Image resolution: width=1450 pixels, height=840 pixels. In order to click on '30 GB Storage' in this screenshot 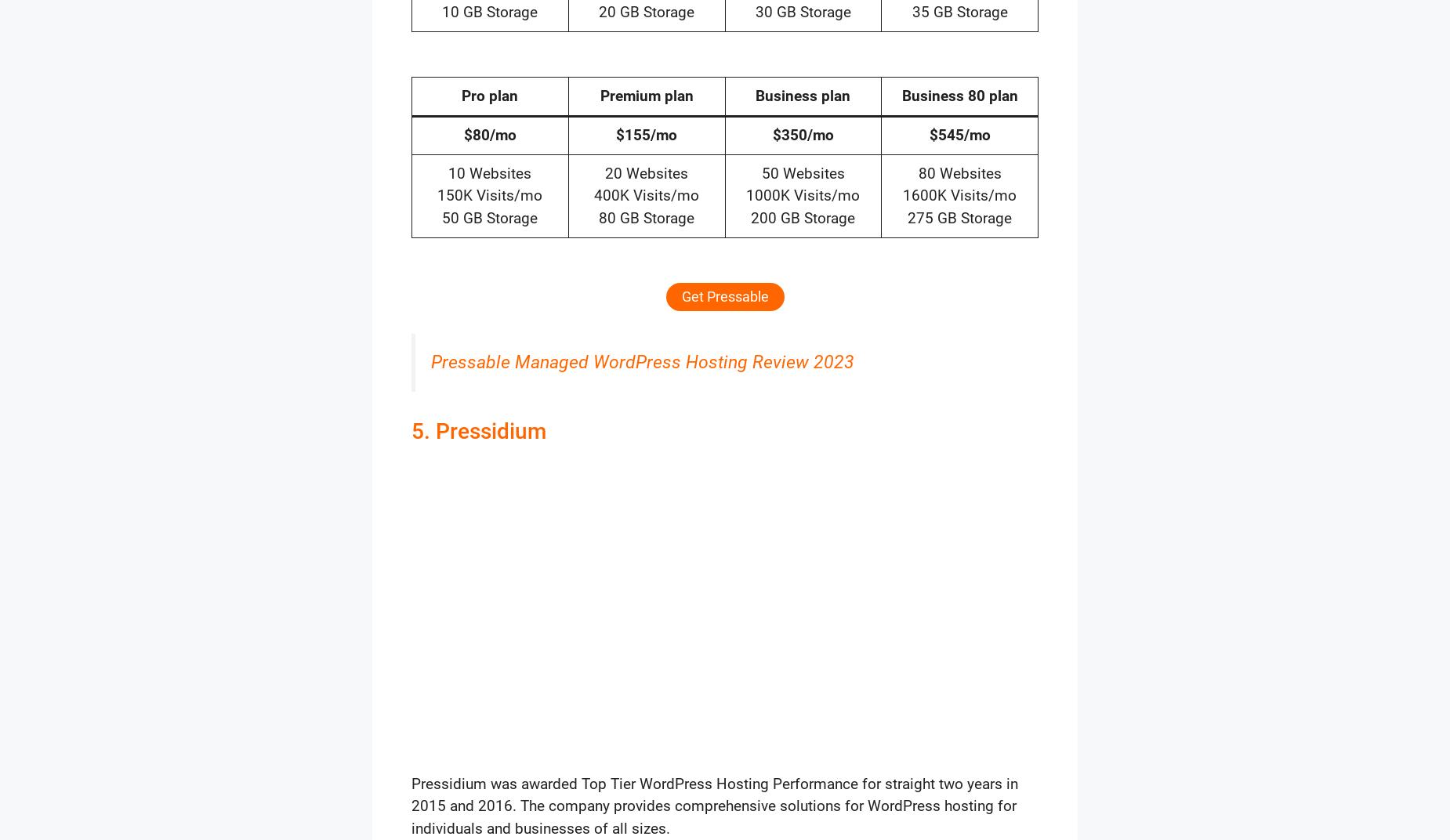, I will do `click(801, 11)`.